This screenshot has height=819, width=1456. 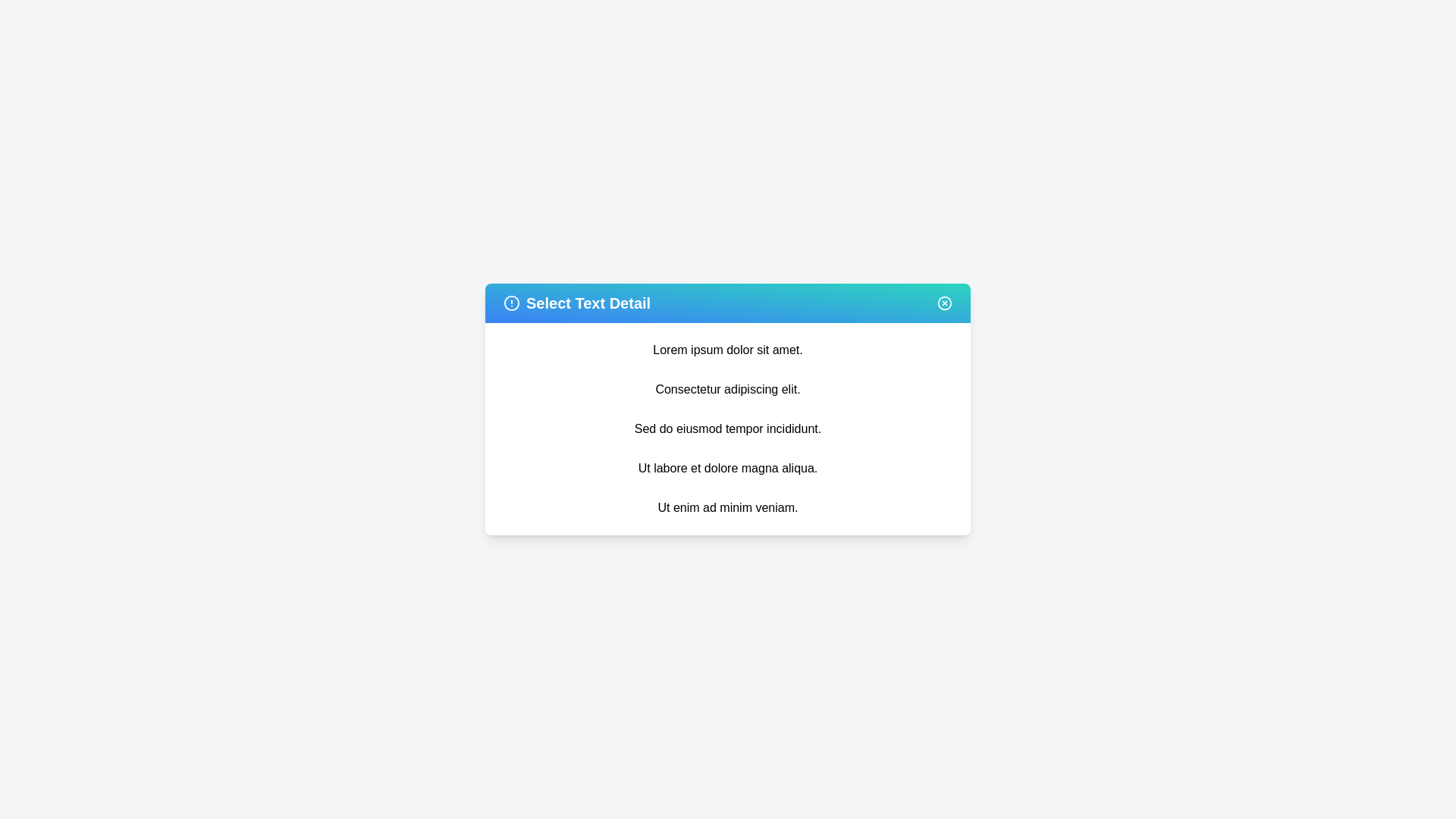 What do you see at coordinates (728, 429) in the screenshot?
I see `the text item 'Sed do eiusmod tempor incididunt.'` at bounding box center [728, 429].